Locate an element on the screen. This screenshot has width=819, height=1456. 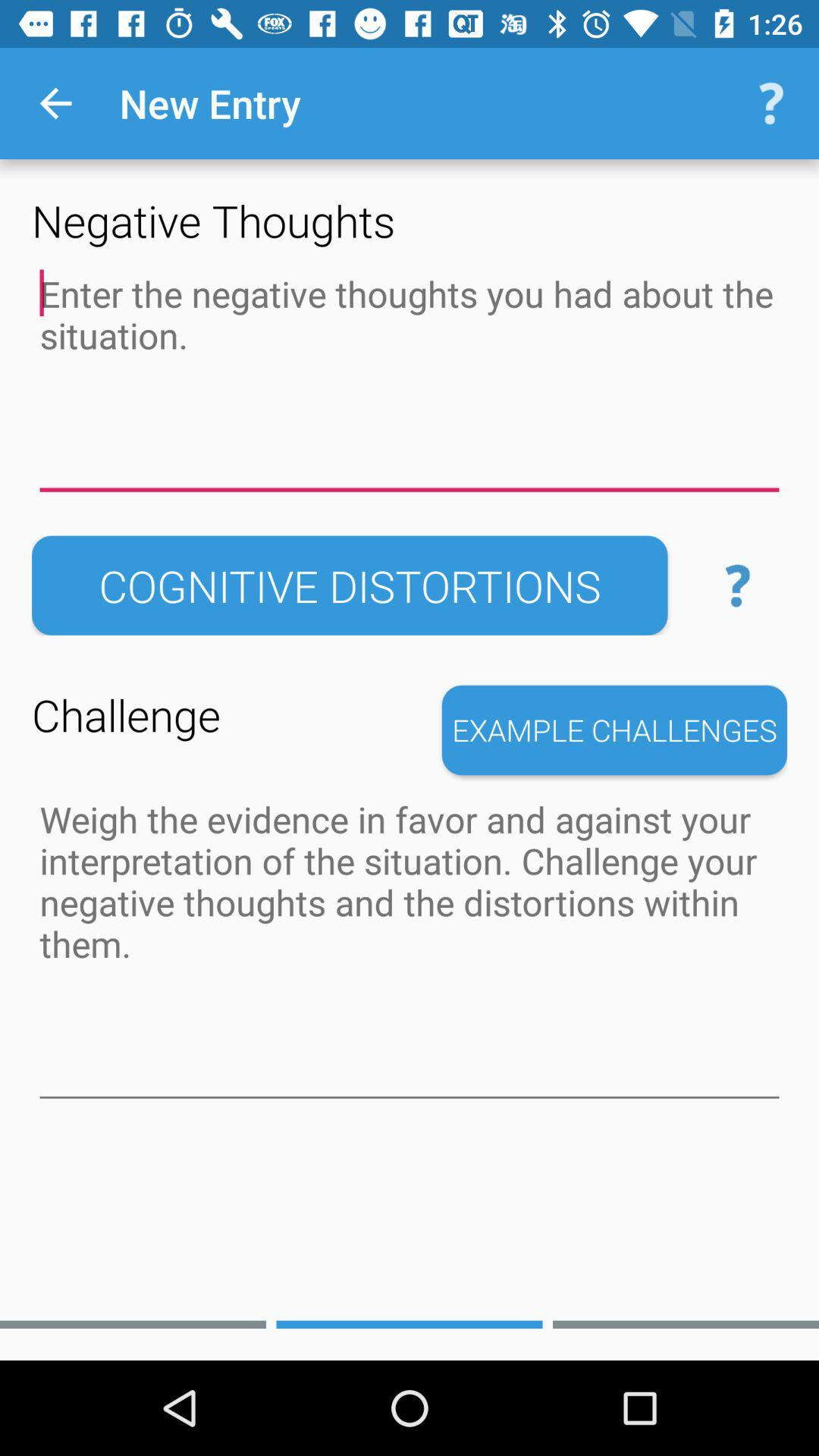
the icon at the top right corner is located at coordinates (771, 102).